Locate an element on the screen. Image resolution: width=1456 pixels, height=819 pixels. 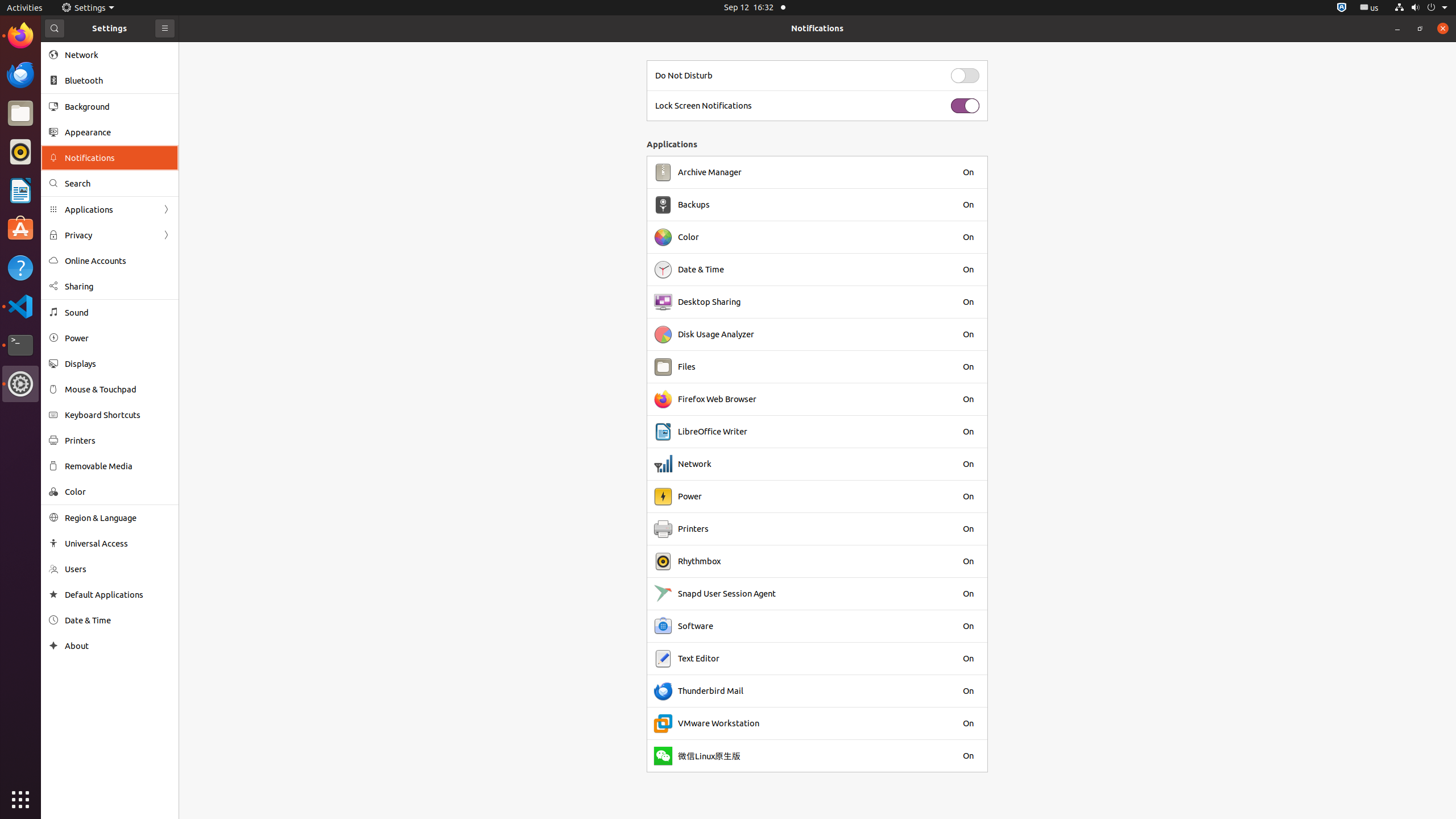
'Keyboard Shortcuts' is located at coordinates (118, 414).